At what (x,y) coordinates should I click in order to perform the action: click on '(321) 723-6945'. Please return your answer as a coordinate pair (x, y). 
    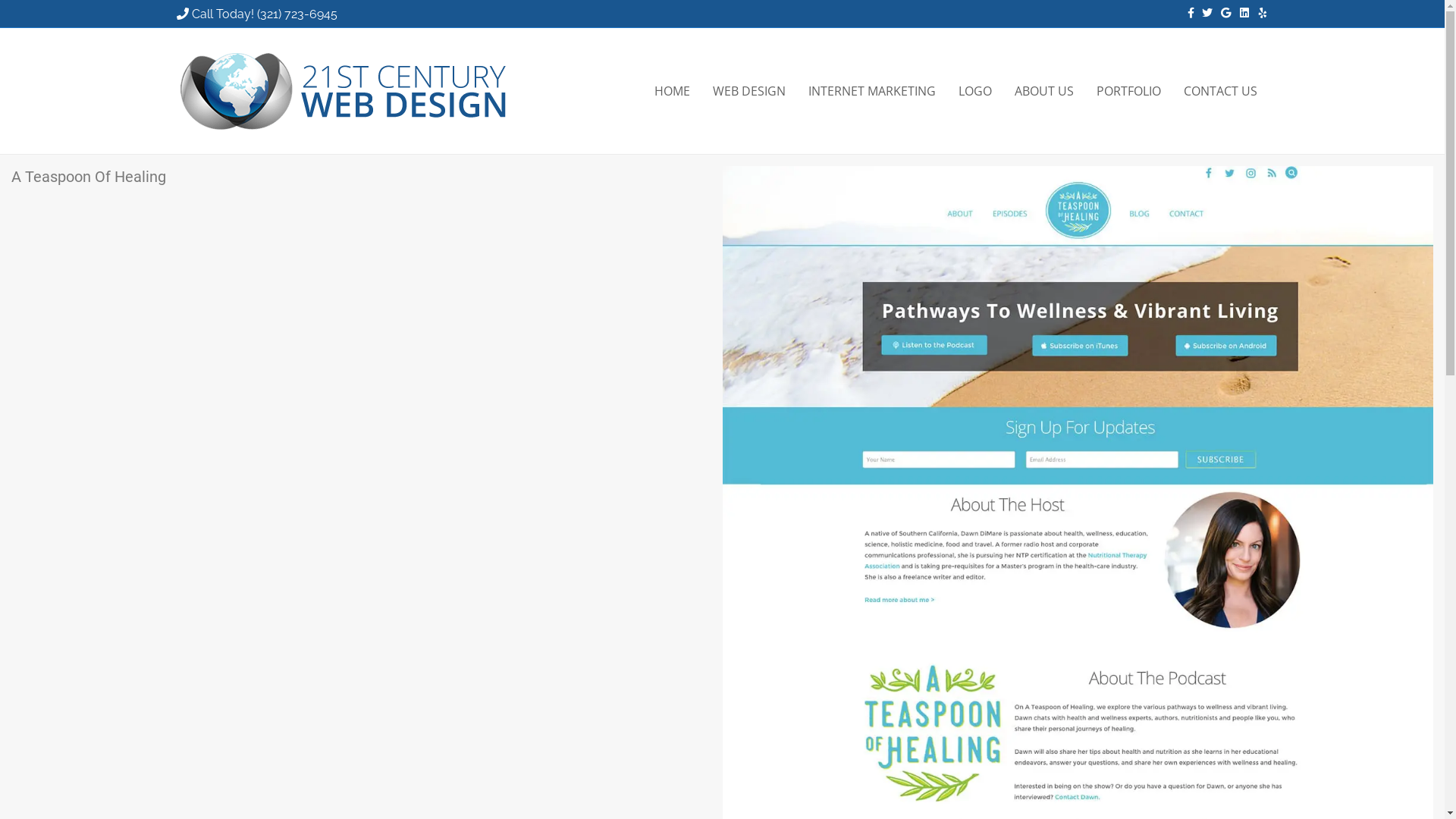
    Looking at the image, I should click on (296, 14).